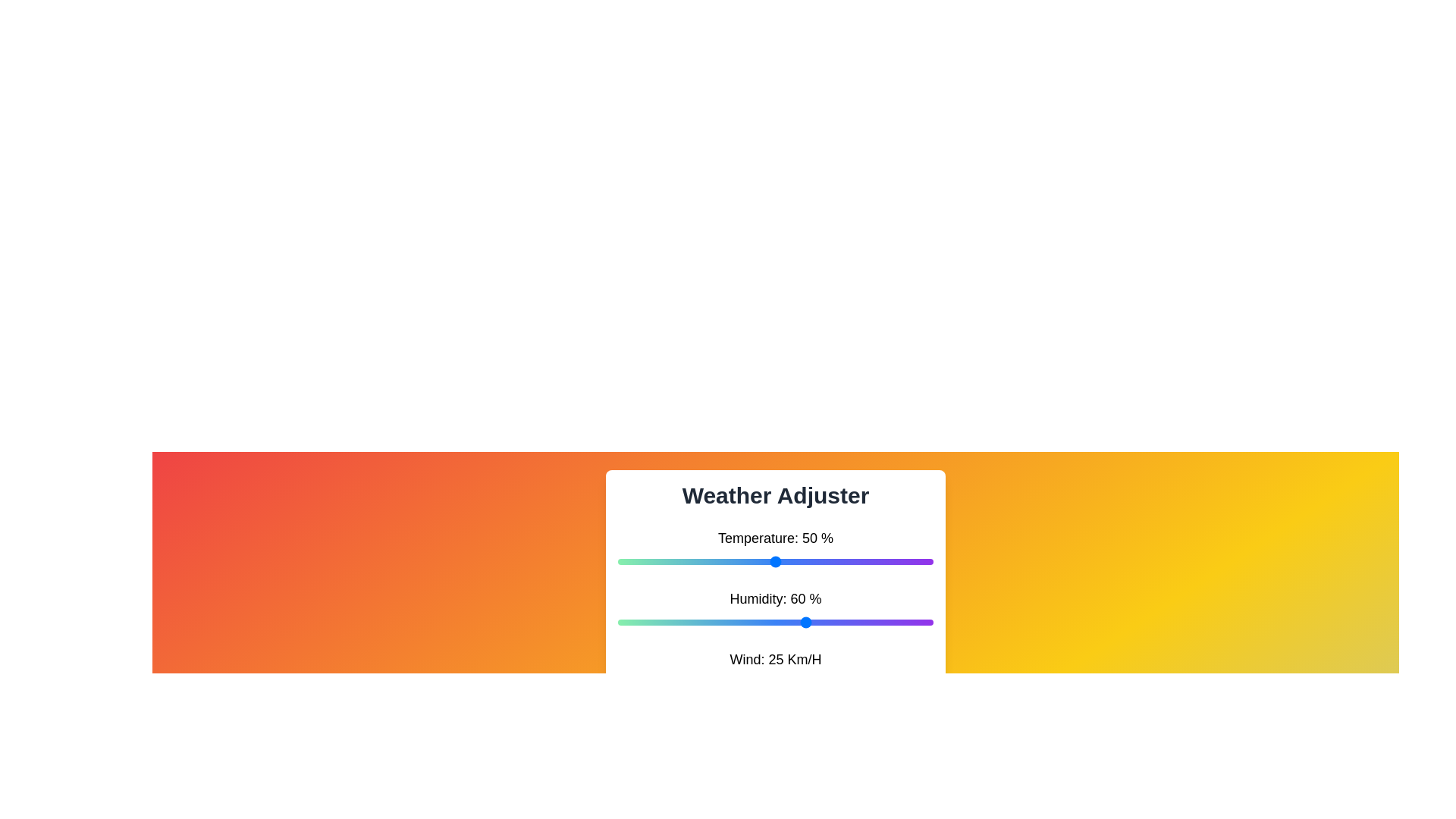 This screenshot has width=1456, height=819. Describe the element at coordinates (809, 623) in the screenshot. I see `the humidity slider to 61%` at that location.